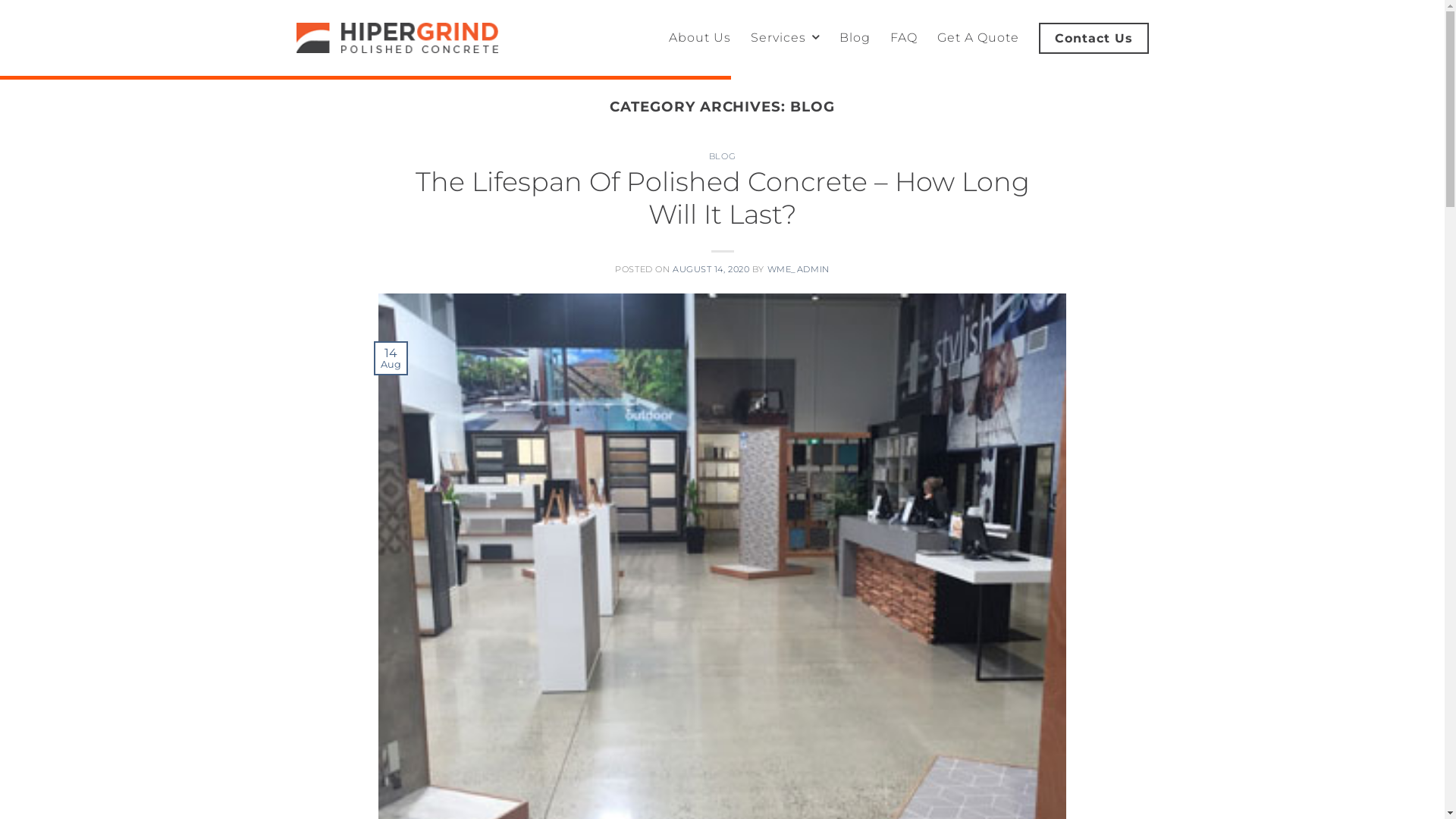  I want to click on 'About Us', so click(698, 37).